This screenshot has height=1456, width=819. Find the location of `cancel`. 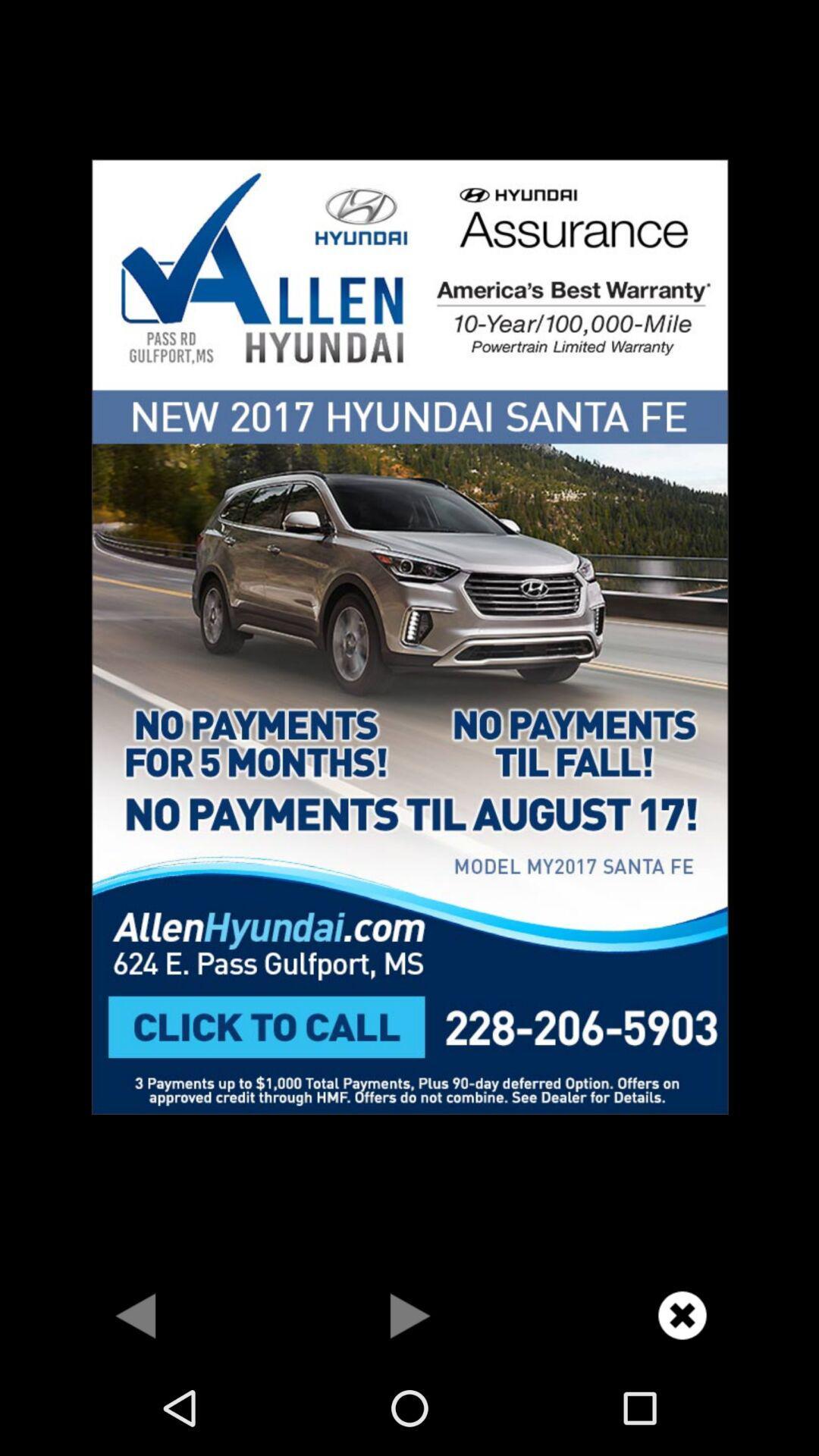

cancel is located at coordinates (681, 1314).